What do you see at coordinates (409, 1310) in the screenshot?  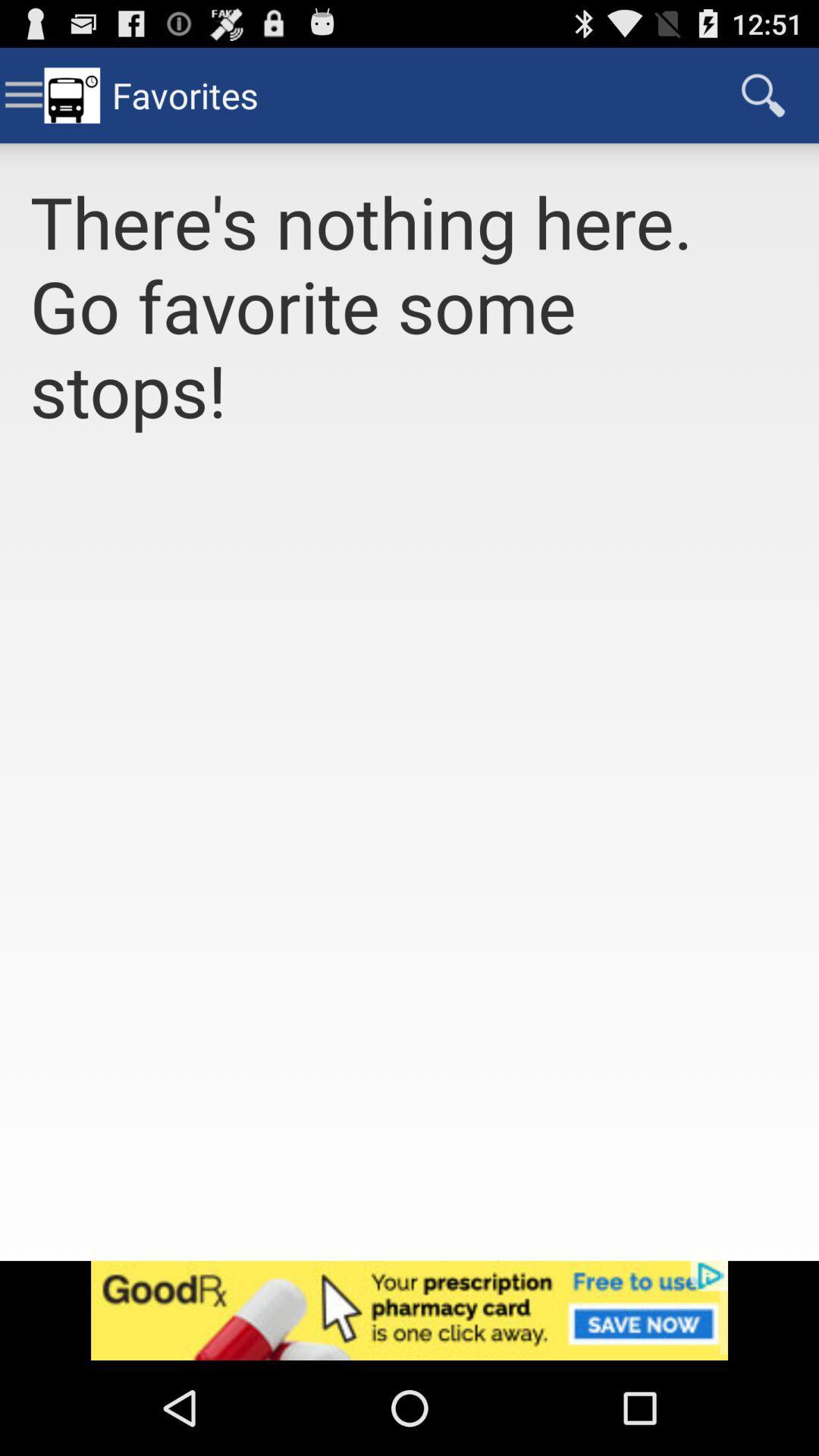 I see `click advertisement banner` at bounding box center [409, 1310].